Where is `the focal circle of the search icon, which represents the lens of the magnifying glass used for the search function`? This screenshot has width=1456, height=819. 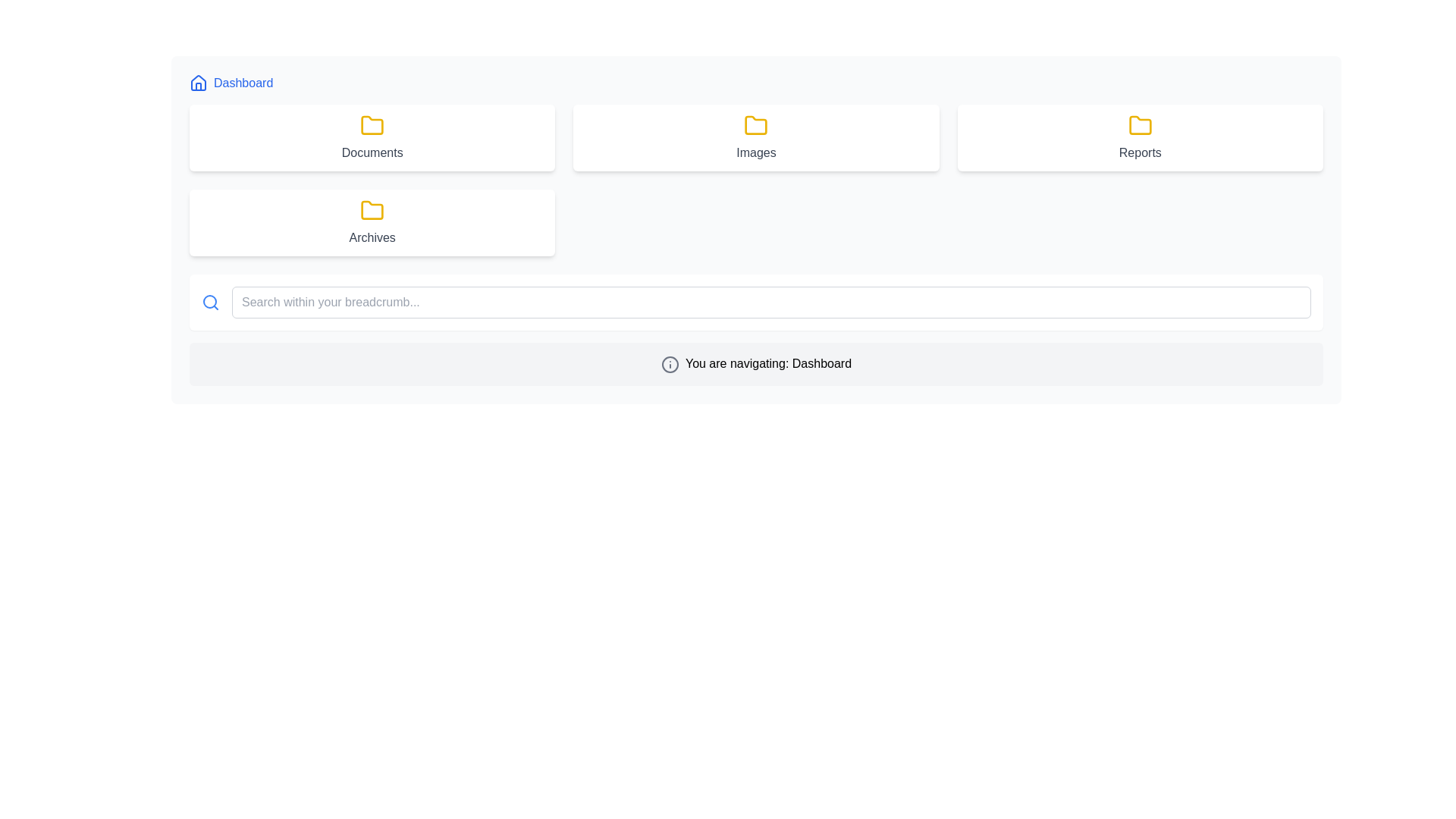 the focal circle of the search icon, which represents the lens of the magnifying glass used for the search function is located at coordinates (209, 301).